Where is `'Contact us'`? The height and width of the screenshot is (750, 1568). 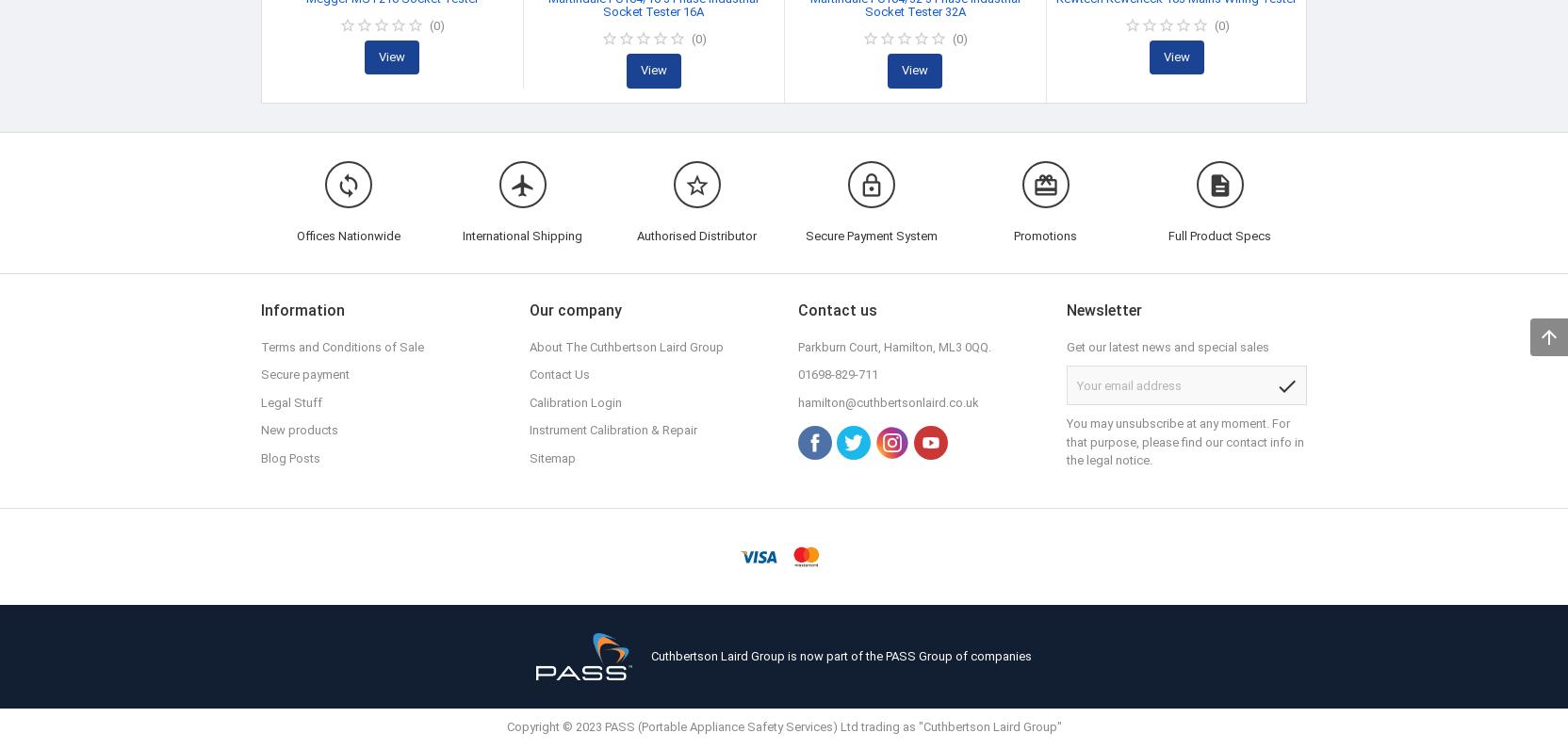
'Contact us' is located at coordinates (837, 310).